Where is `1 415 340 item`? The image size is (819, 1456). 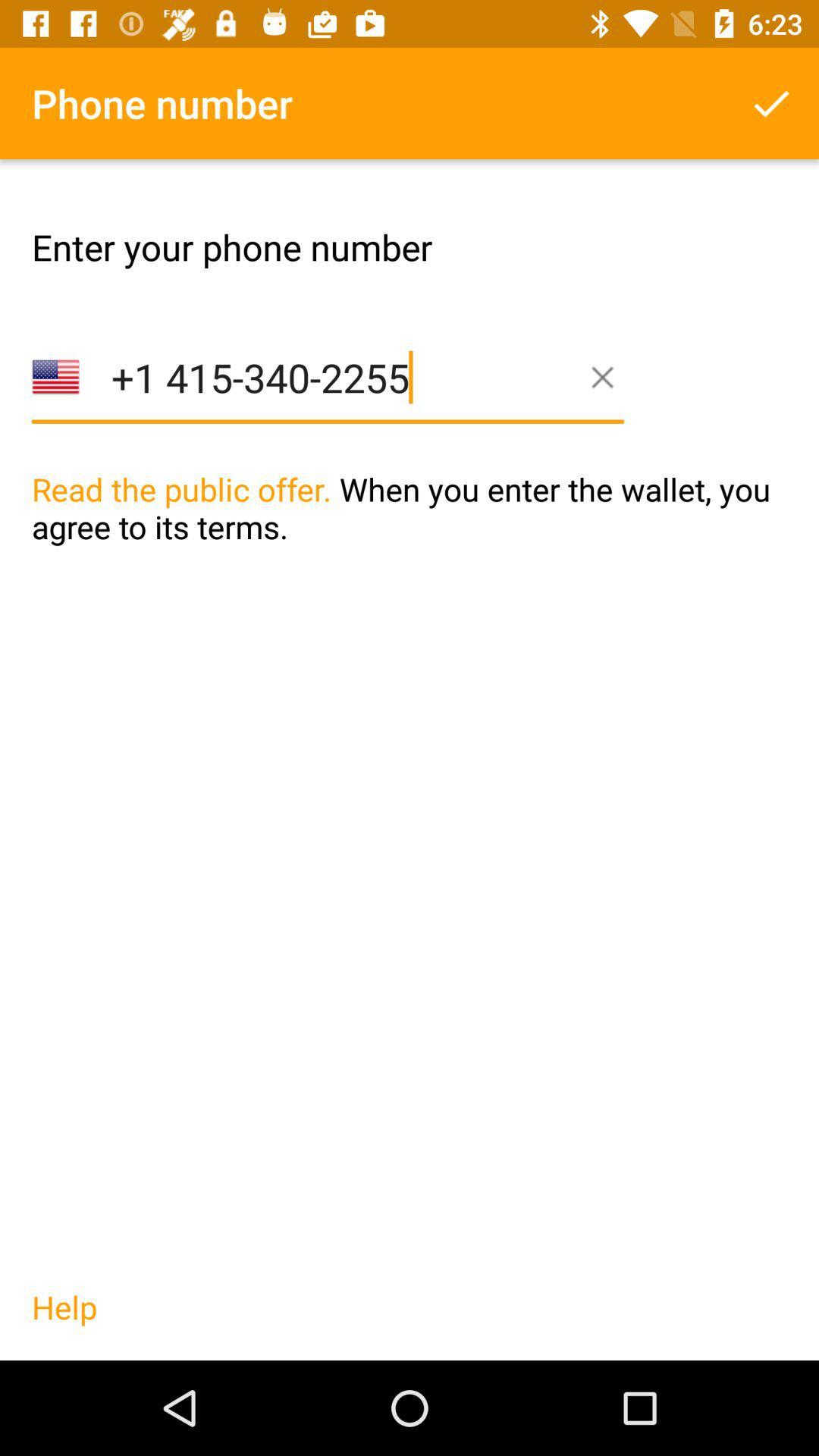 1 415 340 item is located at coordinates (327, 401).